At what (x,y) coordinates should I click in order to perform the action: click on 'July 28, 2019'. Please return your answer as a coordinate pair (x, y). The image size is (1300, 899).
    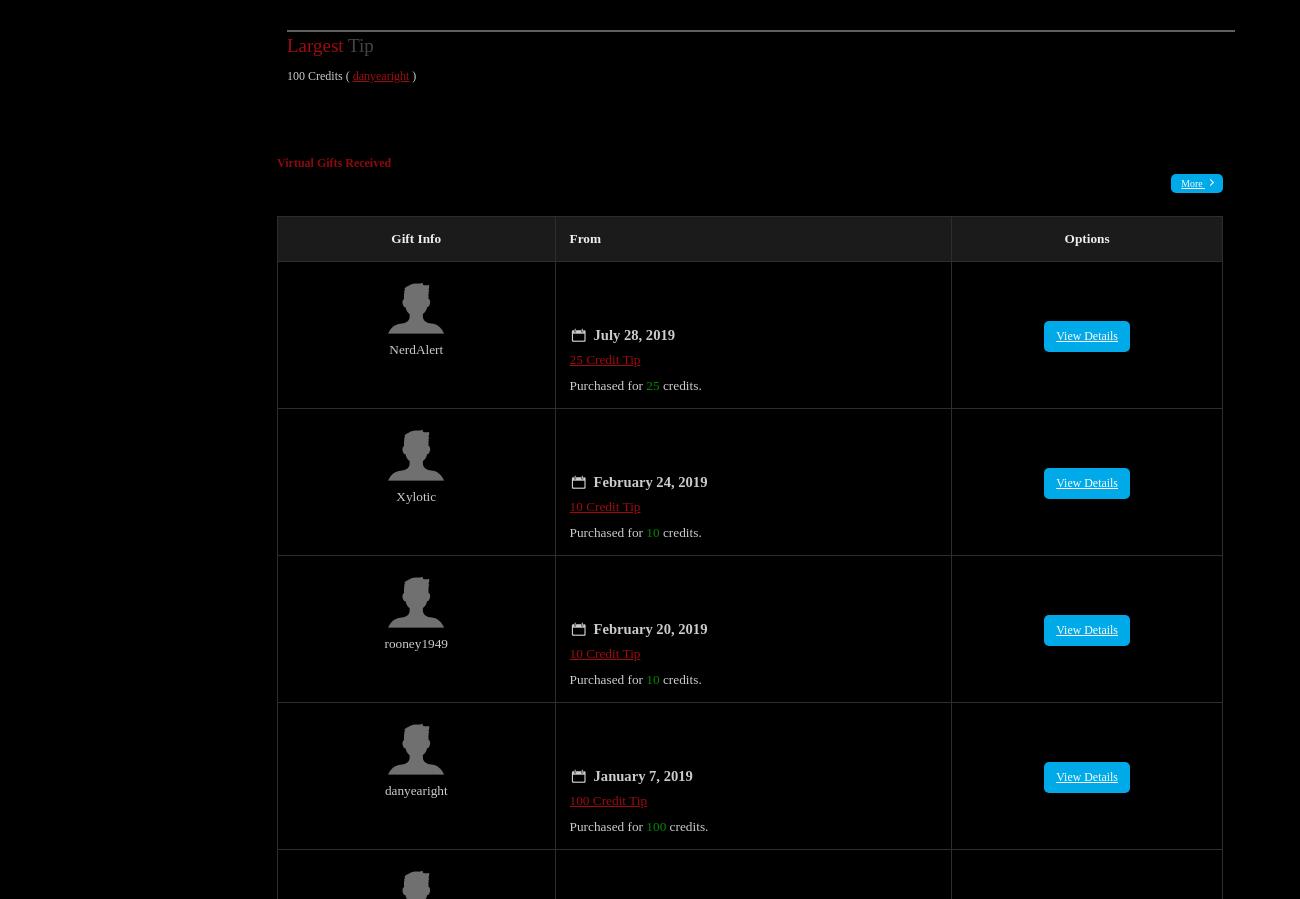
    Looking at the image, I should click on (634, 312).